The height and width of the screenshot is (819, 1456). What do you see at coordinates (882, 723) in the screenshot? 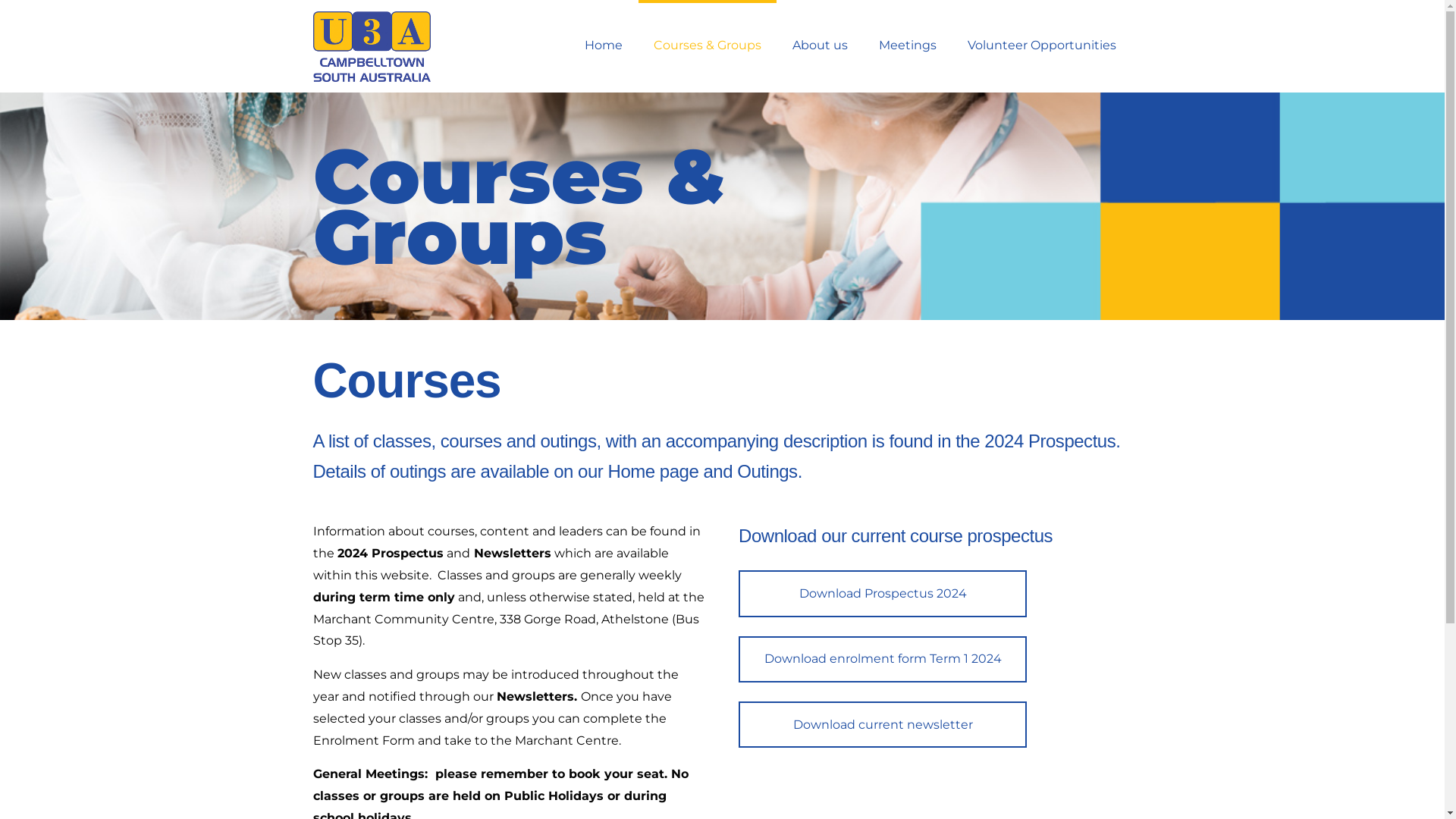
I see `'Download current newsletter'` at bounding box center [882, 723].